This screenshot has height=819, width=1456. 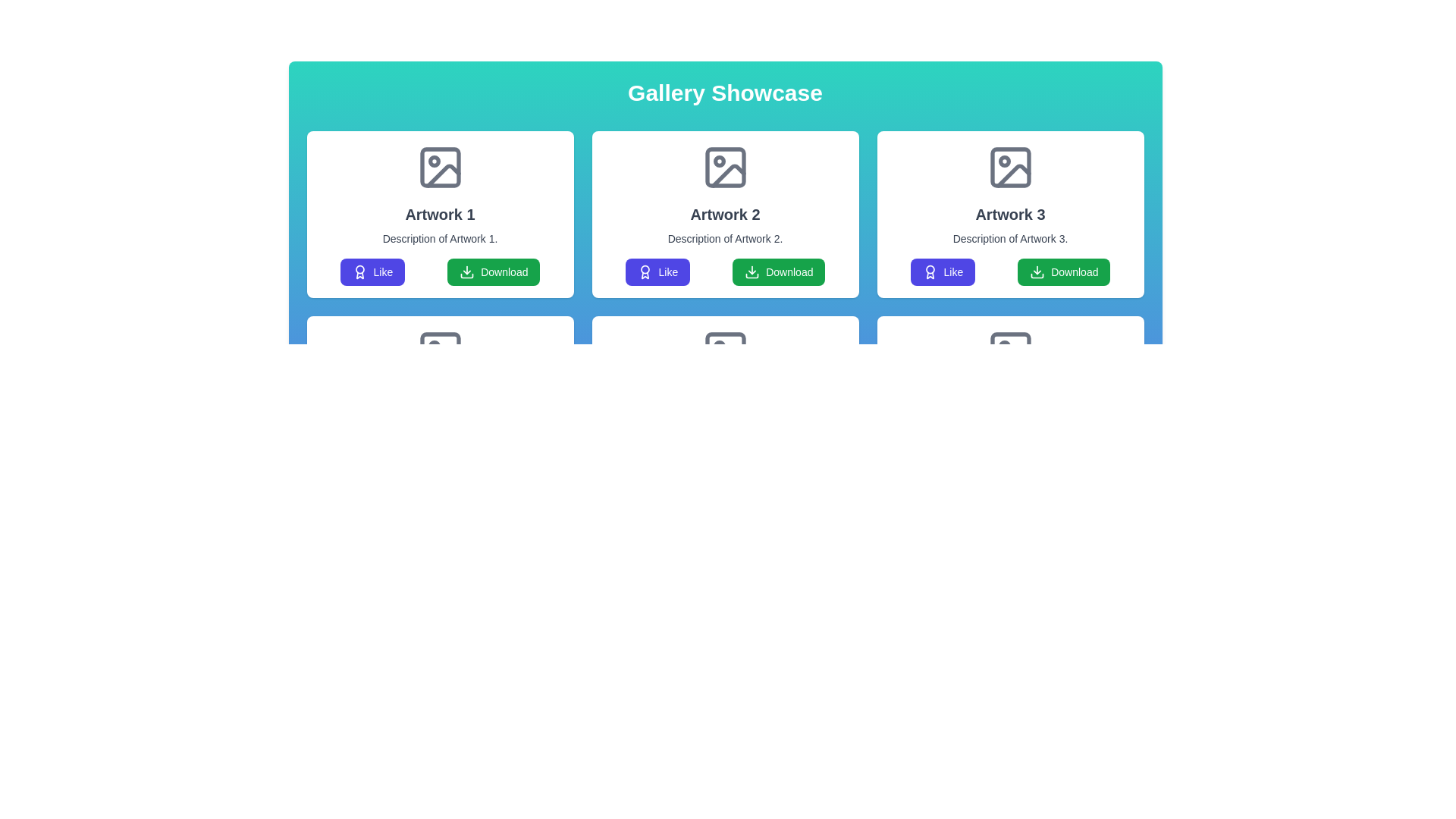 What do you see at coordinates (439, 167) in the screenshot?
I see `the small, square-shaped Decorative graphic component with rounded corners and a light gray border located in the top-left corner of the 'Artwork 1' gallery card` at bounding box center [439, 167].